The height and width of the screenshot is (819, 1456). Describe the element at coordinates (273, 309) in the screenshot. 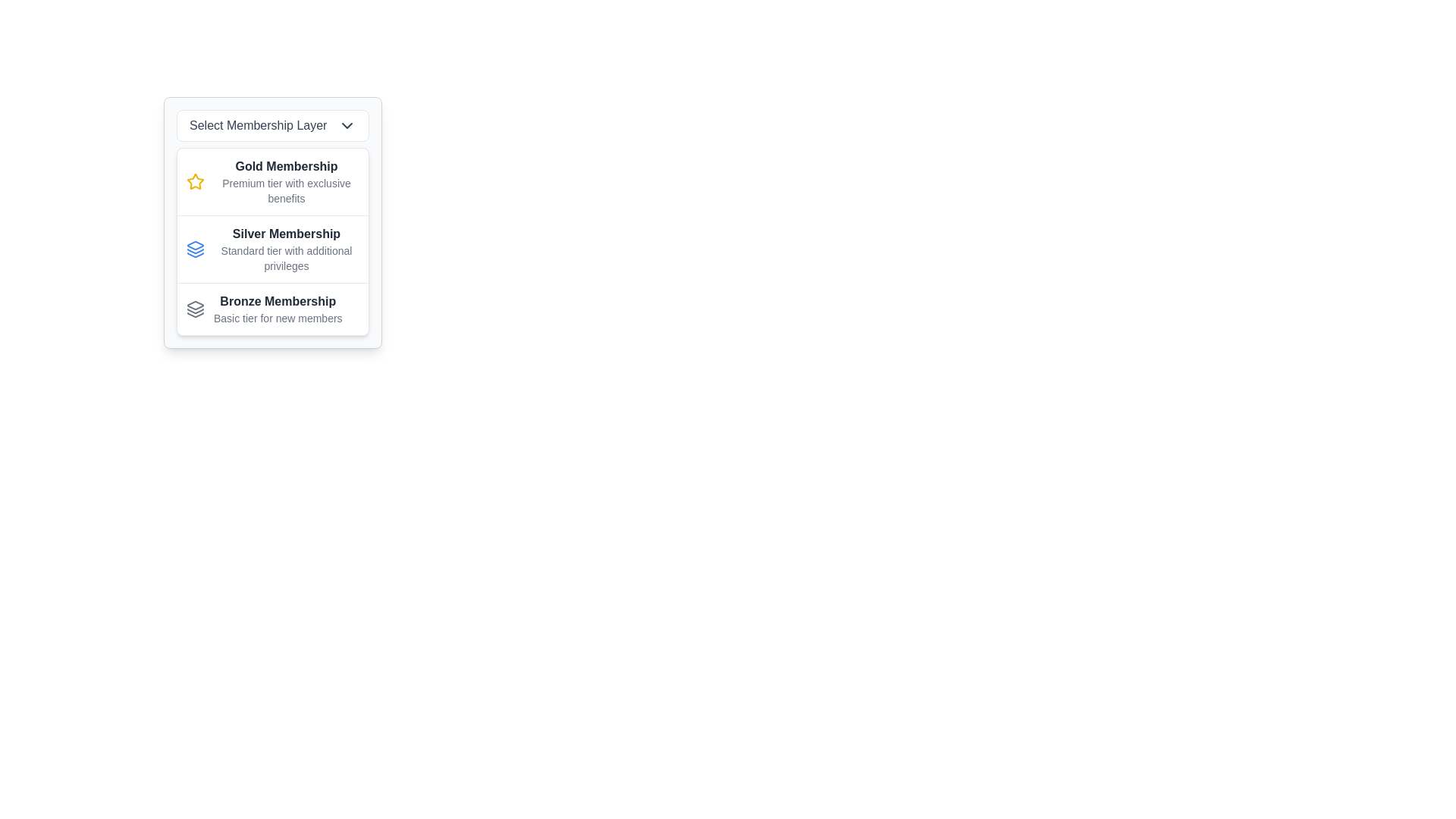

I see `the 'Bronze Membership' option in the vertically stacked list` at that location.